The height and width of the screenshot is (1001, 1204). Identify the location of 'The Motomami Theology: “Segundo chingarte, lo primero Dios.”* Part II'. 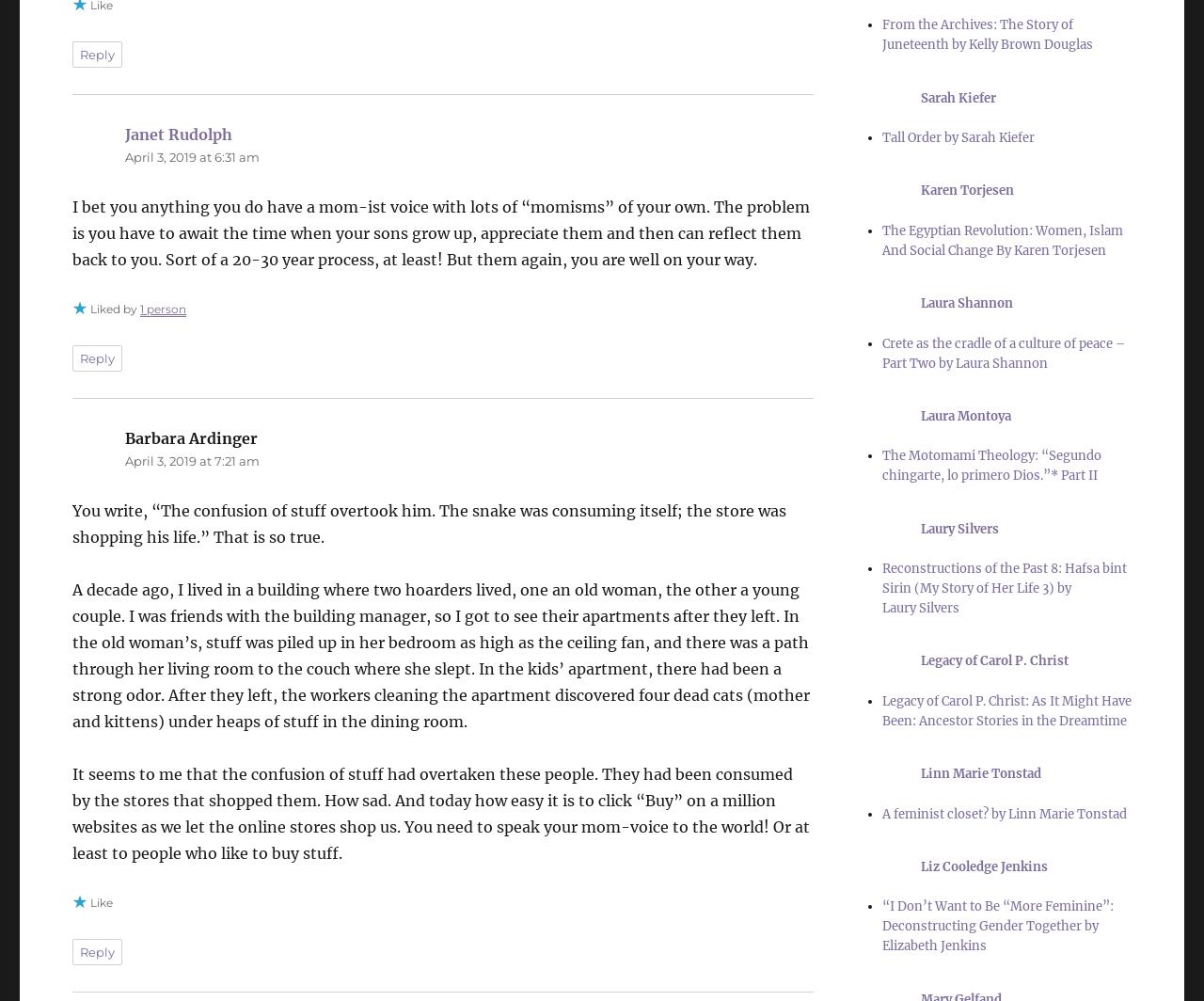
(990, 465).